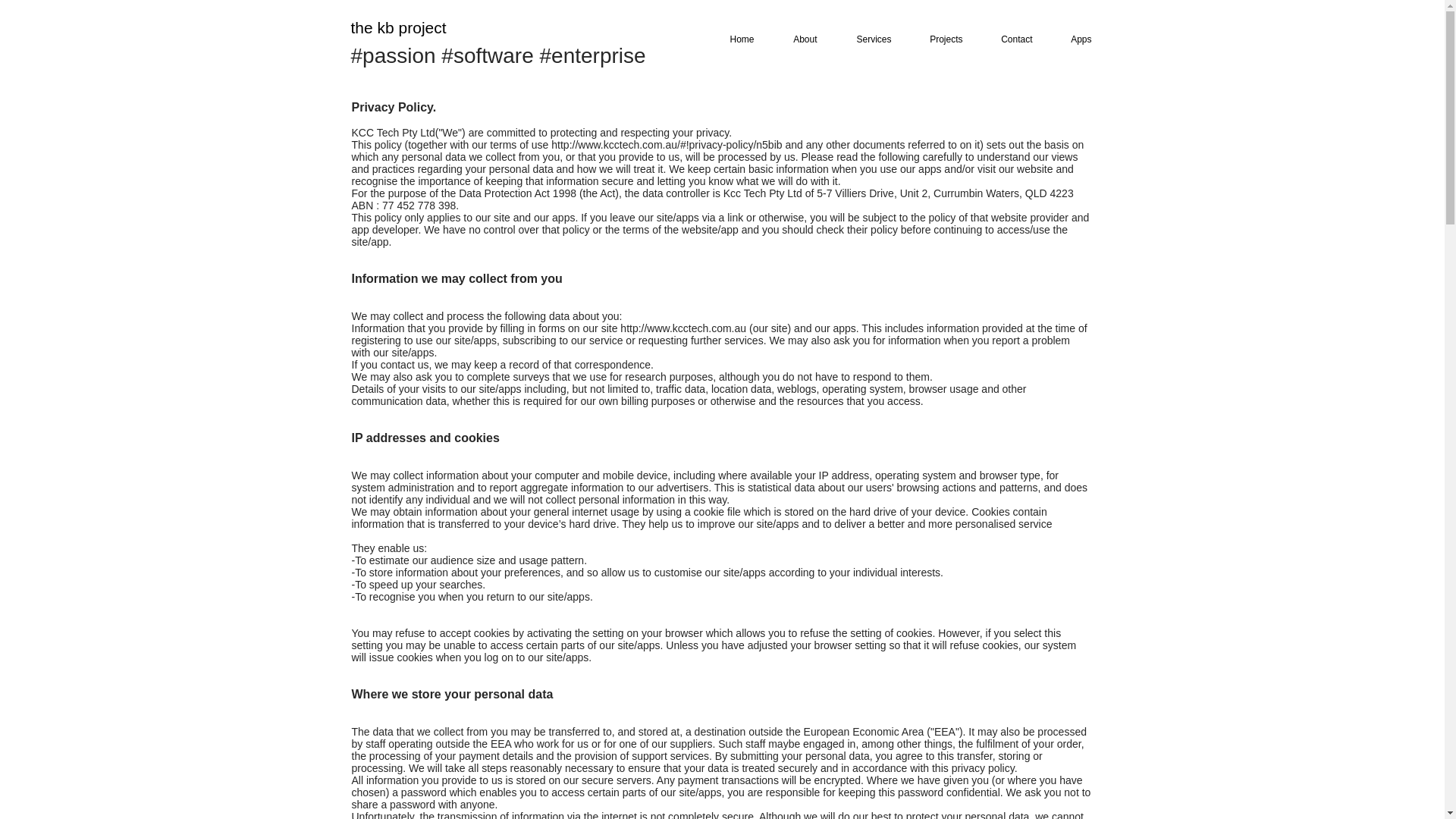 The height and width of the screenshot is (819, 1456). What do you see at coordinates (938, 39) in the screenshot?
I see `'Projects'` at bounding box center [938, 39].